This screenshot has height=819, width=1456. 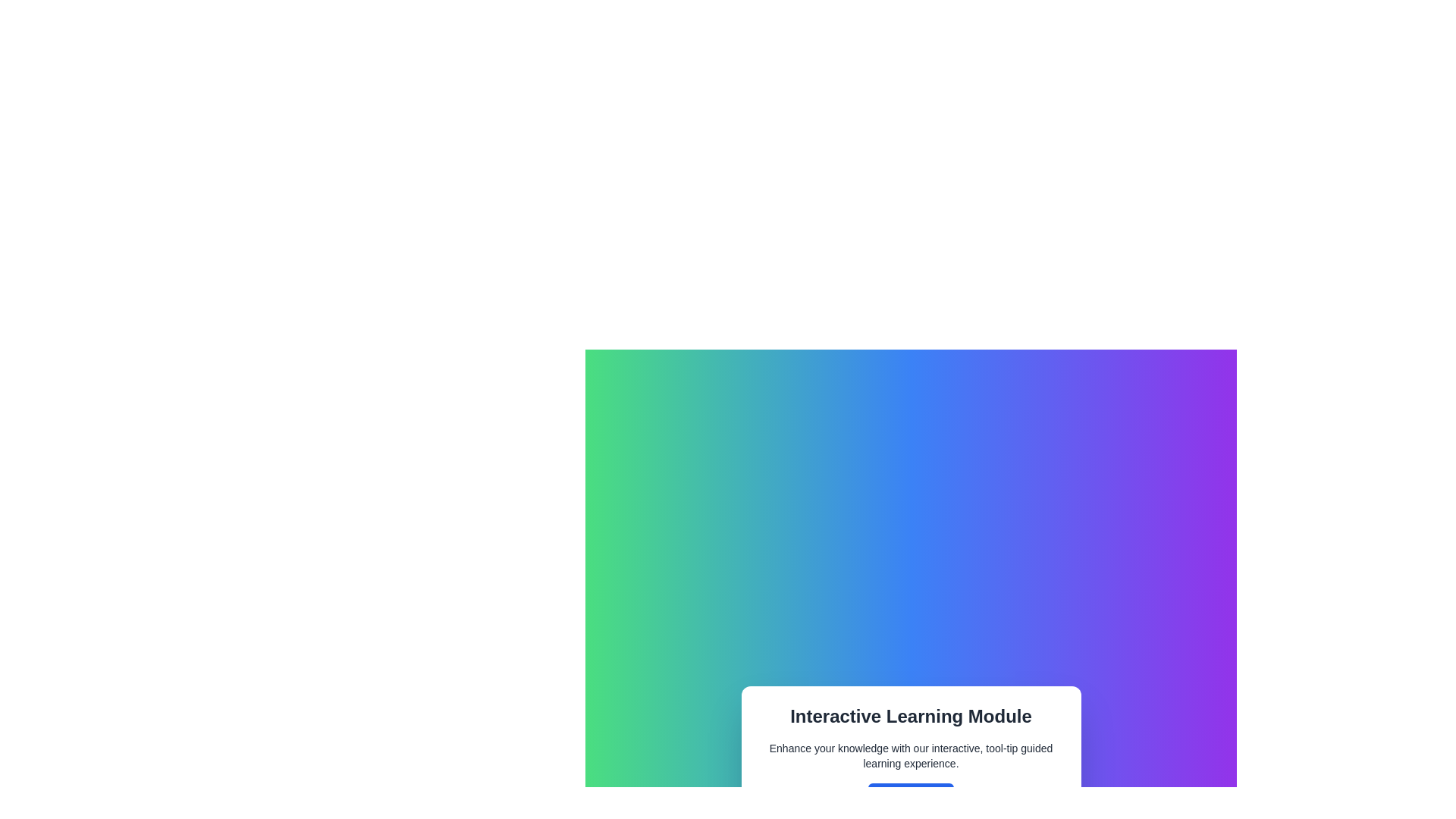 I want to click on the first button located below the title 'Interactive Learning Module', so click(x=910, y=798).